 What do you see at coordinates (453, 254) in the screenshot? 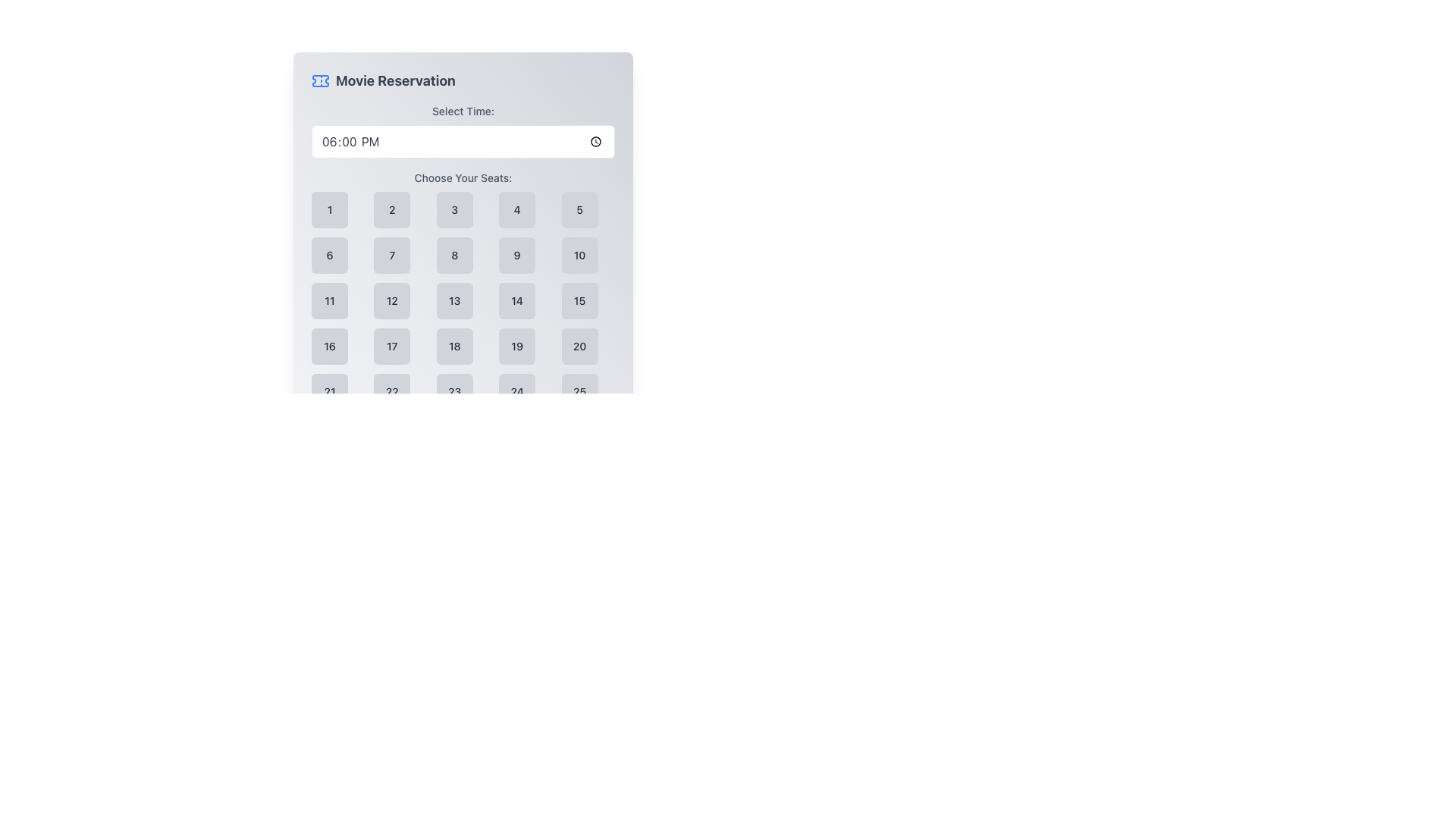
I see `the button` at bounding box center [453, 254].